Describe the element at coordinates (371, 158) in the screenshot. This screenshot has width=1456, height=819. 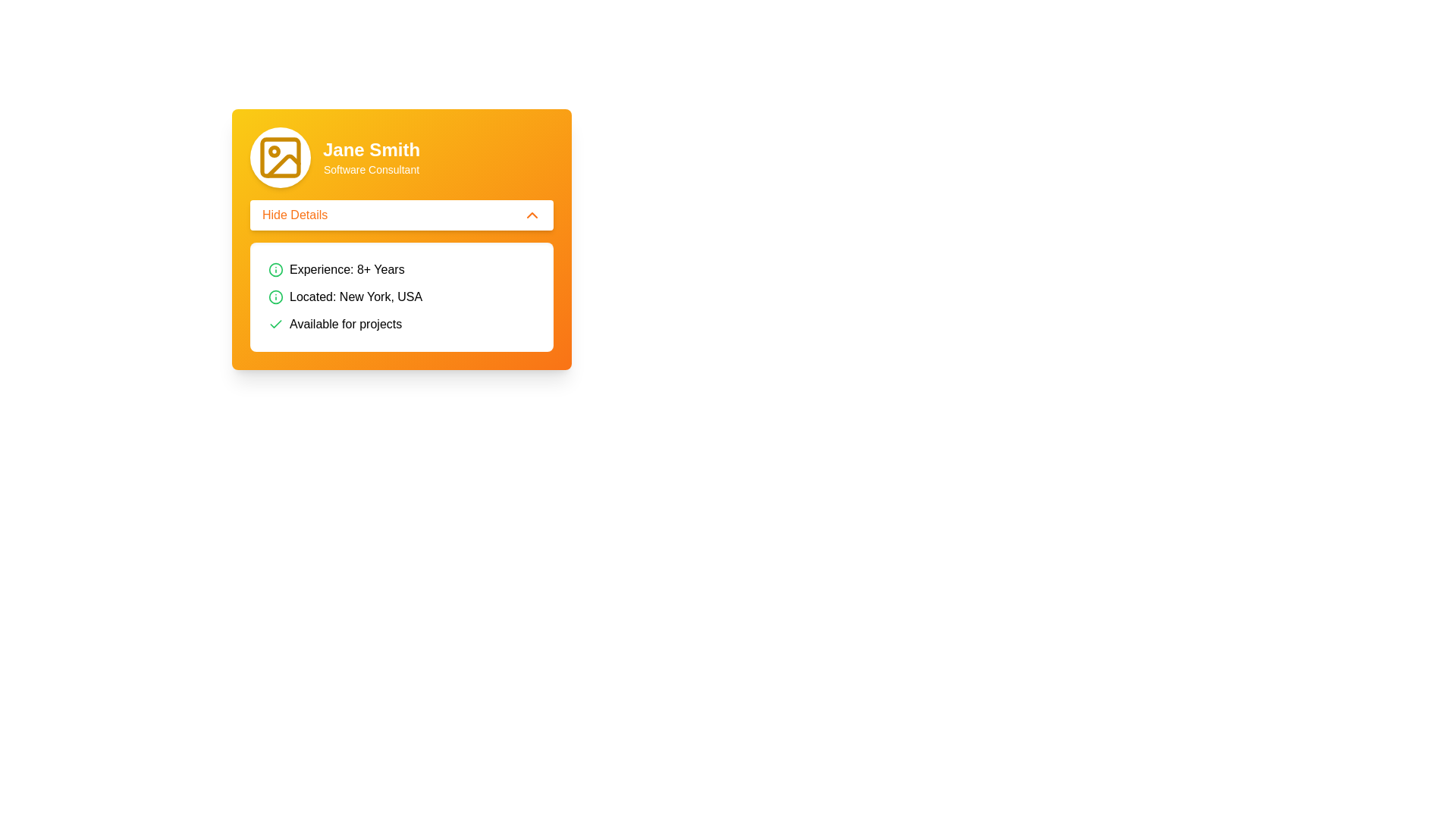
I see `the text block containing the heading 'Jane Smith' and subtext 'Software Consultant', which is located on an orange background next to a circular icon` at that location.